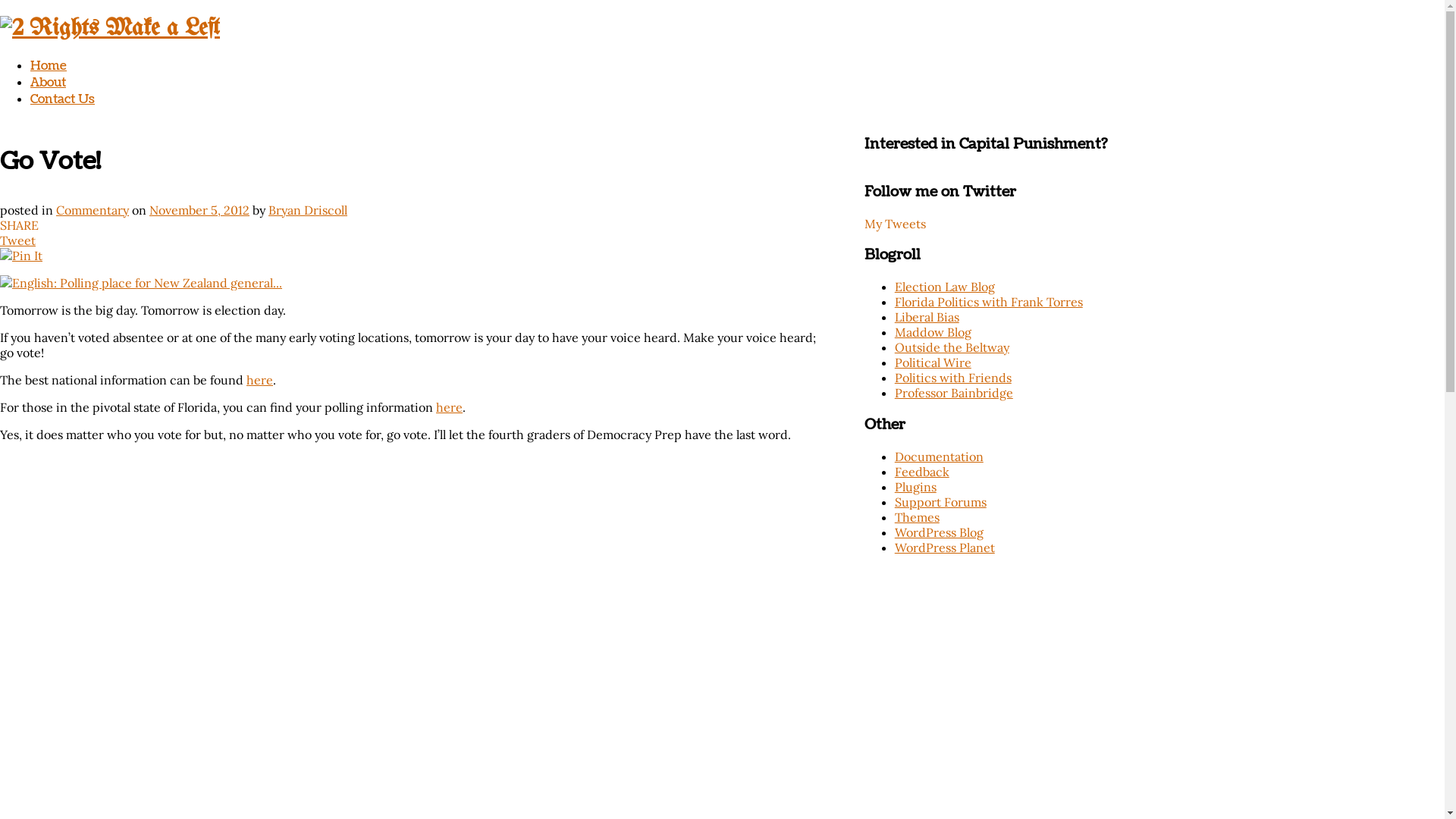 This screenshot has height=819, width=1456. Describe the element at coordinates (61, 99) in the screenshot. I see `'Contact Us'` at that location.